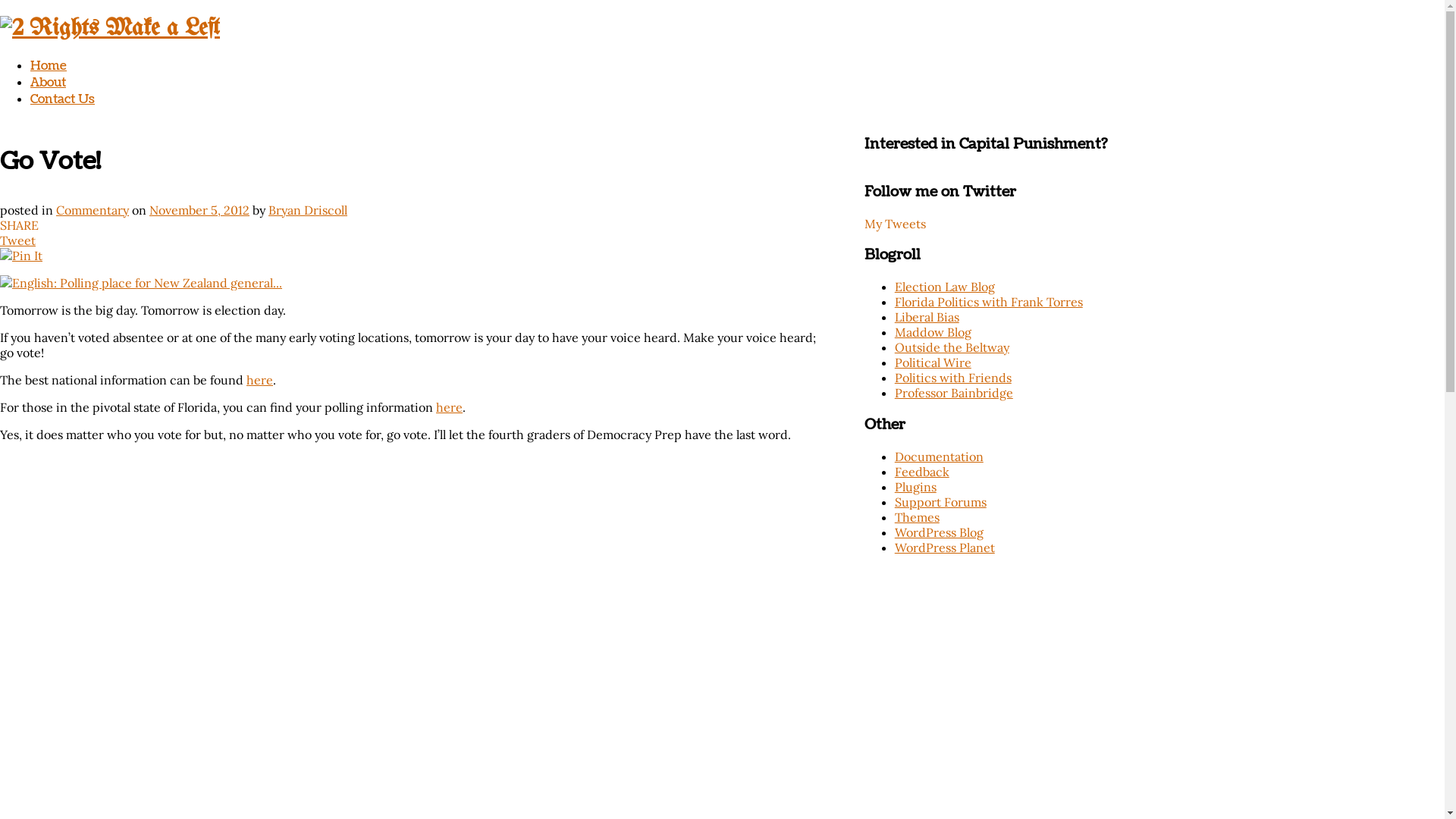 This screenshot has height=819, width=1456. Describe the element at coordinates (61, 99) in the screenshot. I see `'Contact Us'` at that location.